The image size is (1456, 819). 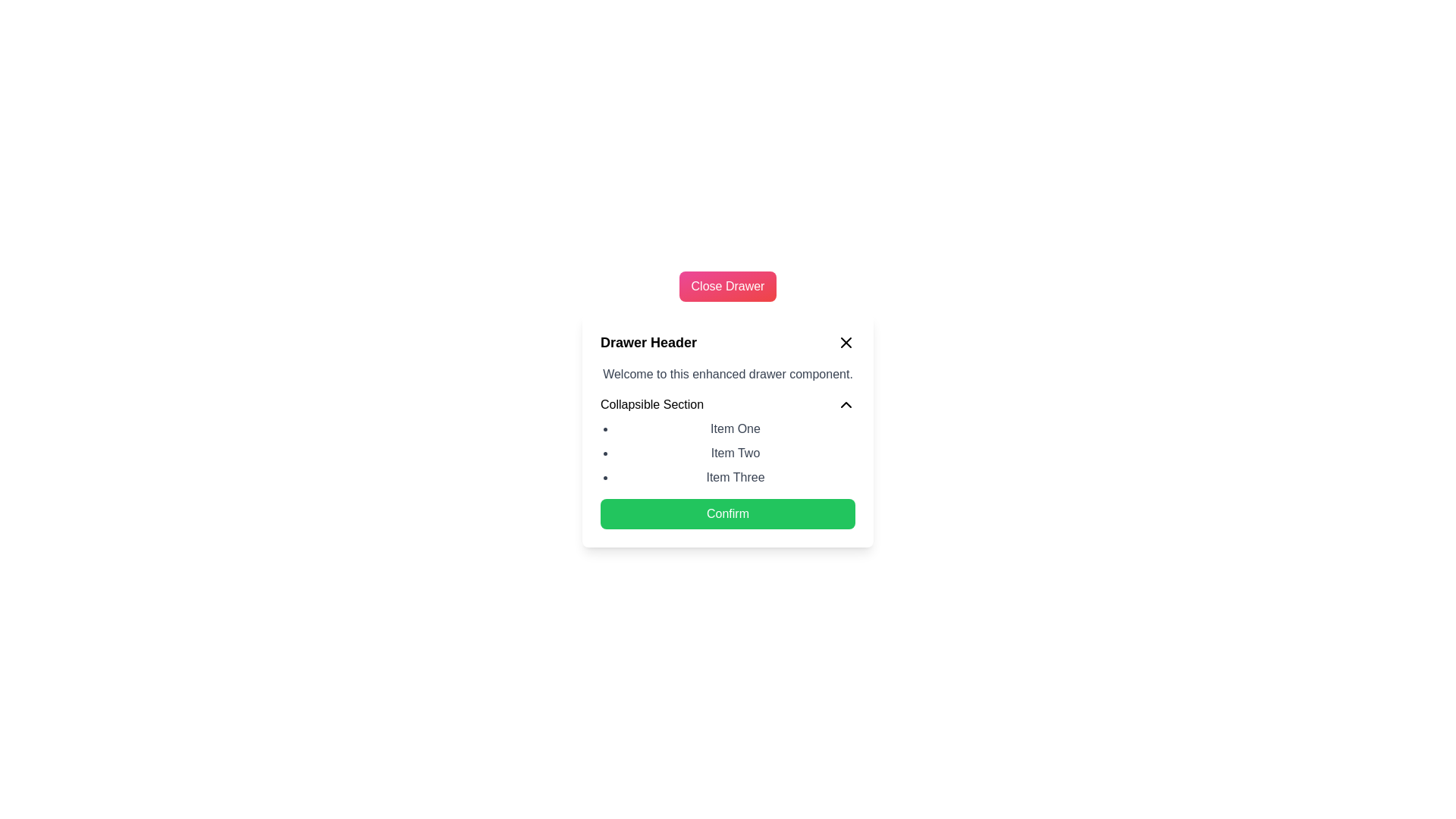 I want to click on text label positioned below the 'Drawer Header' title and above the 'Collapsible Section' within the card layout, so click(x=728, y=374).